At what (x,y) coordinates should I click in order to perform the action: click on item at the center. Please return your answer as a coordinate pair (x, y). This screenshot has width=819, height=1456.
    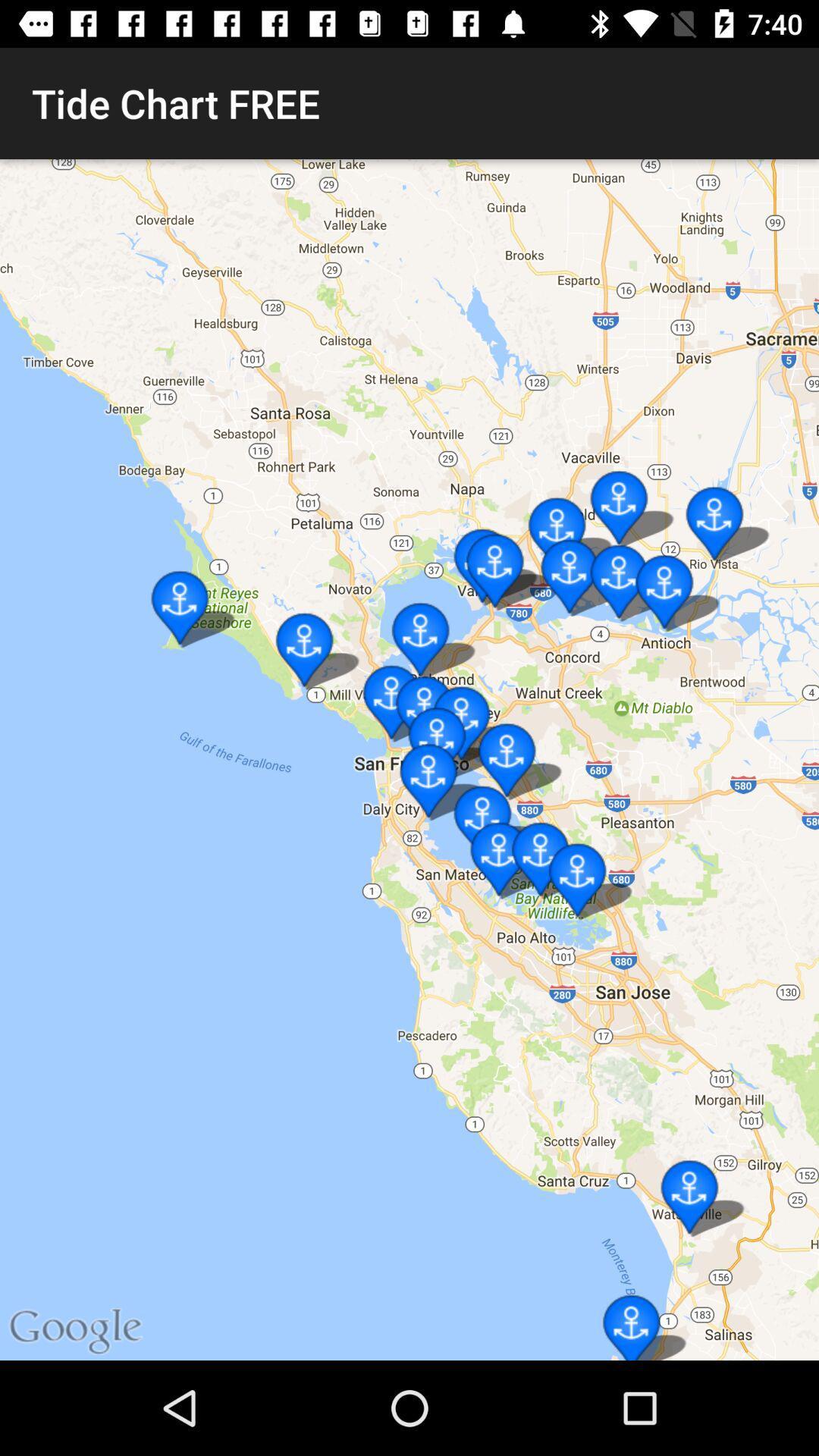
    Looking at the image, I should click on (409, 760).